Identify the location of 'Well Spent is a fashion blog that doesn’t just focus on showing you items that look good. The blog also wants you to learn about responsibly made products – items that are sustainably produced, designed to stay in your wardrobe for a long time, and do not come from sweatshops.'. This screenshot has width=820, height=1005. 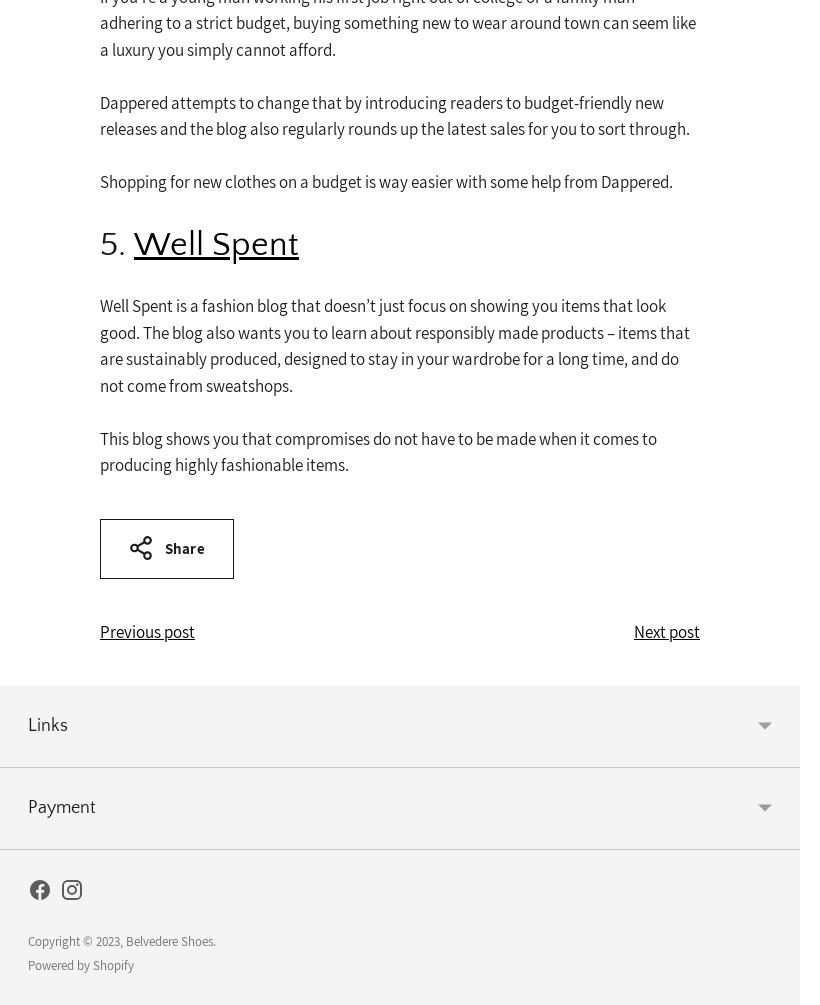
(394, 345).